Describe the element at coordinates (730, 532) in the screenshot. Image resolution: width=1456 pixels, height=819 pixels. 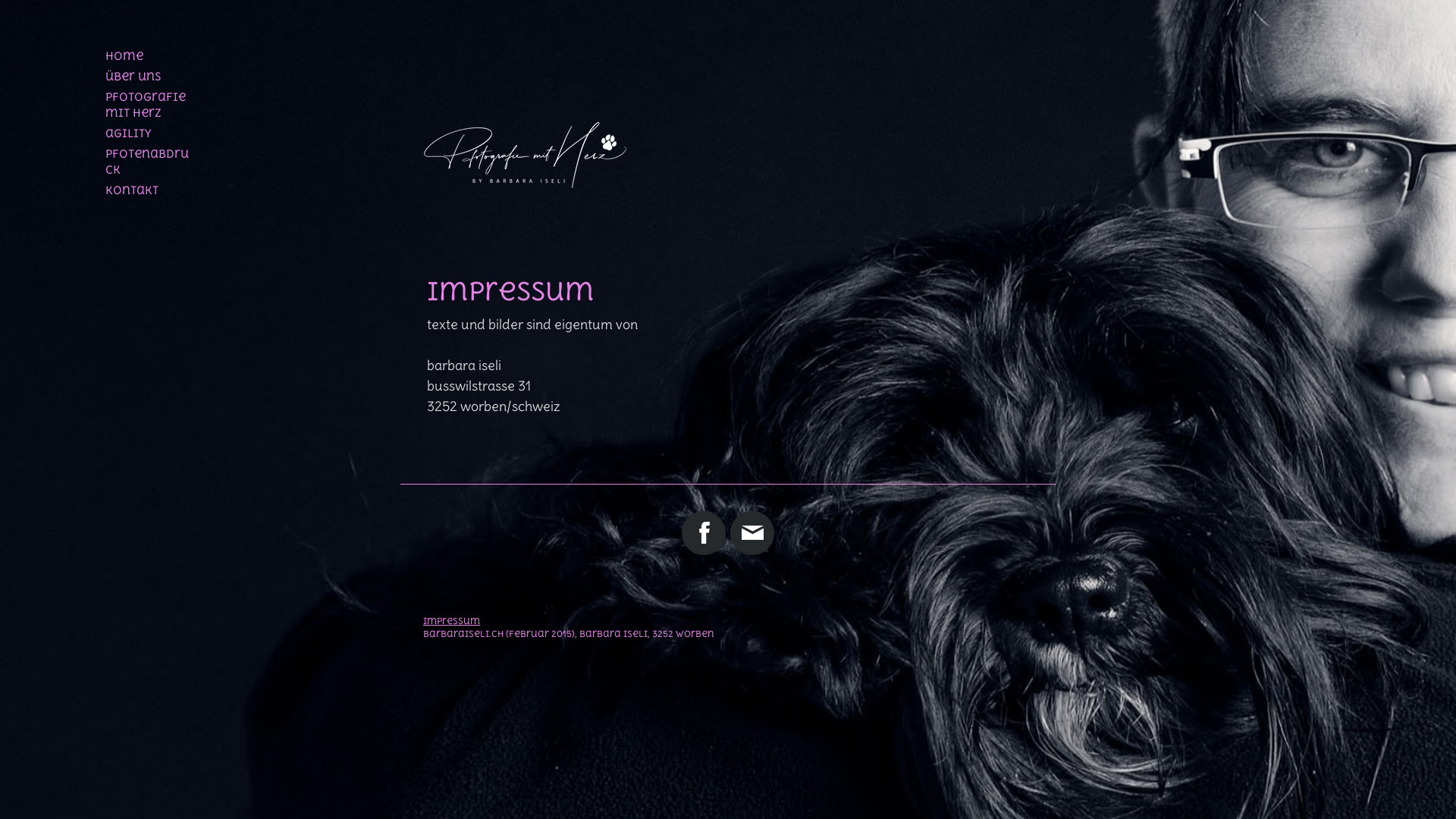
I see `'E-Mail'` at that location.